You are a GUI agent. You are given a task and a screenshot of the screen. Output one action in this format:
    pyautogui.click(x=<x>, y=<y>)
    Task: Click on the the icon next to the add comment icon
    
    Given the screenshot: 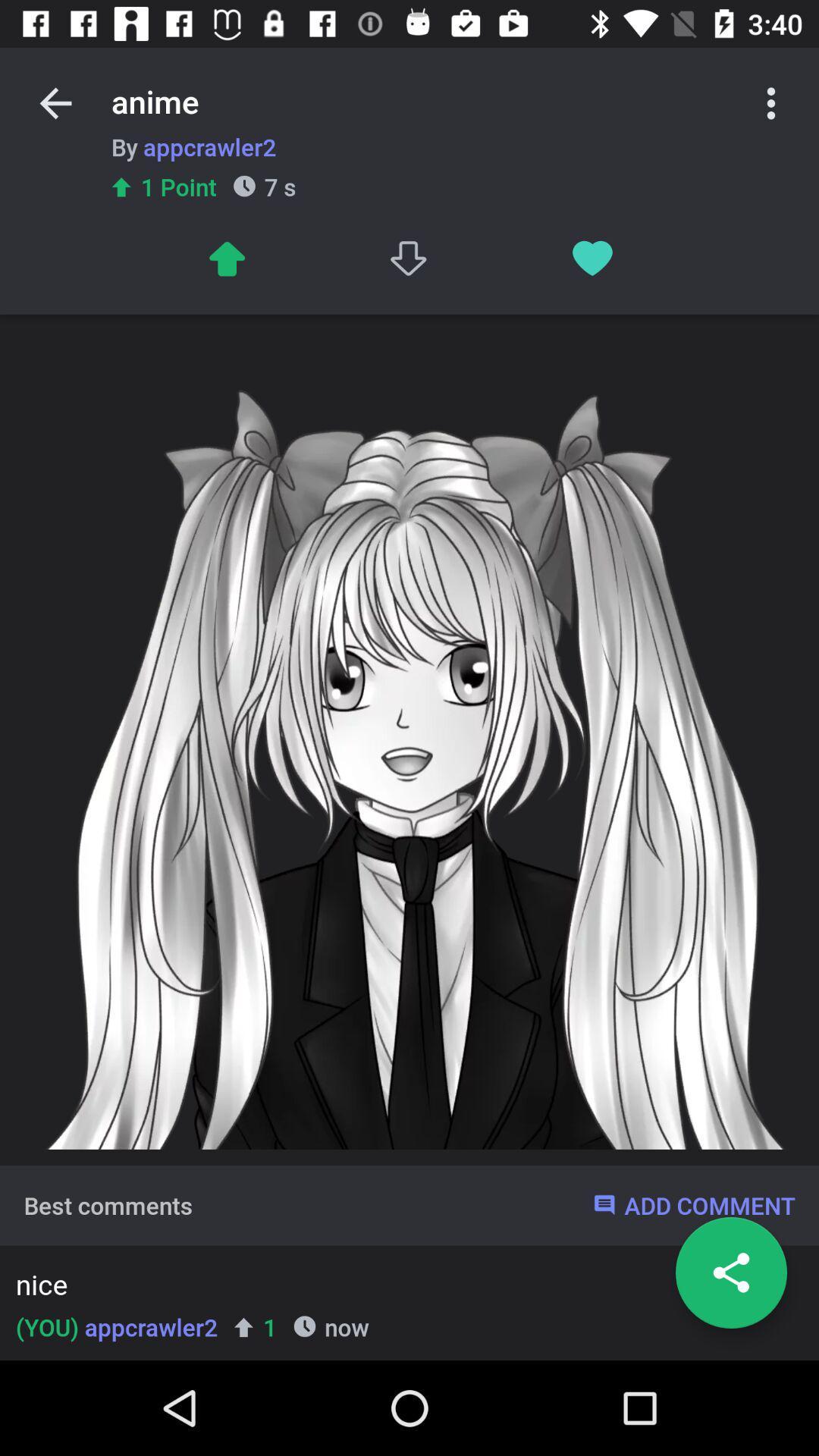 What is the action you would take?
    pyautogui.click(x=107, y=1204)
    